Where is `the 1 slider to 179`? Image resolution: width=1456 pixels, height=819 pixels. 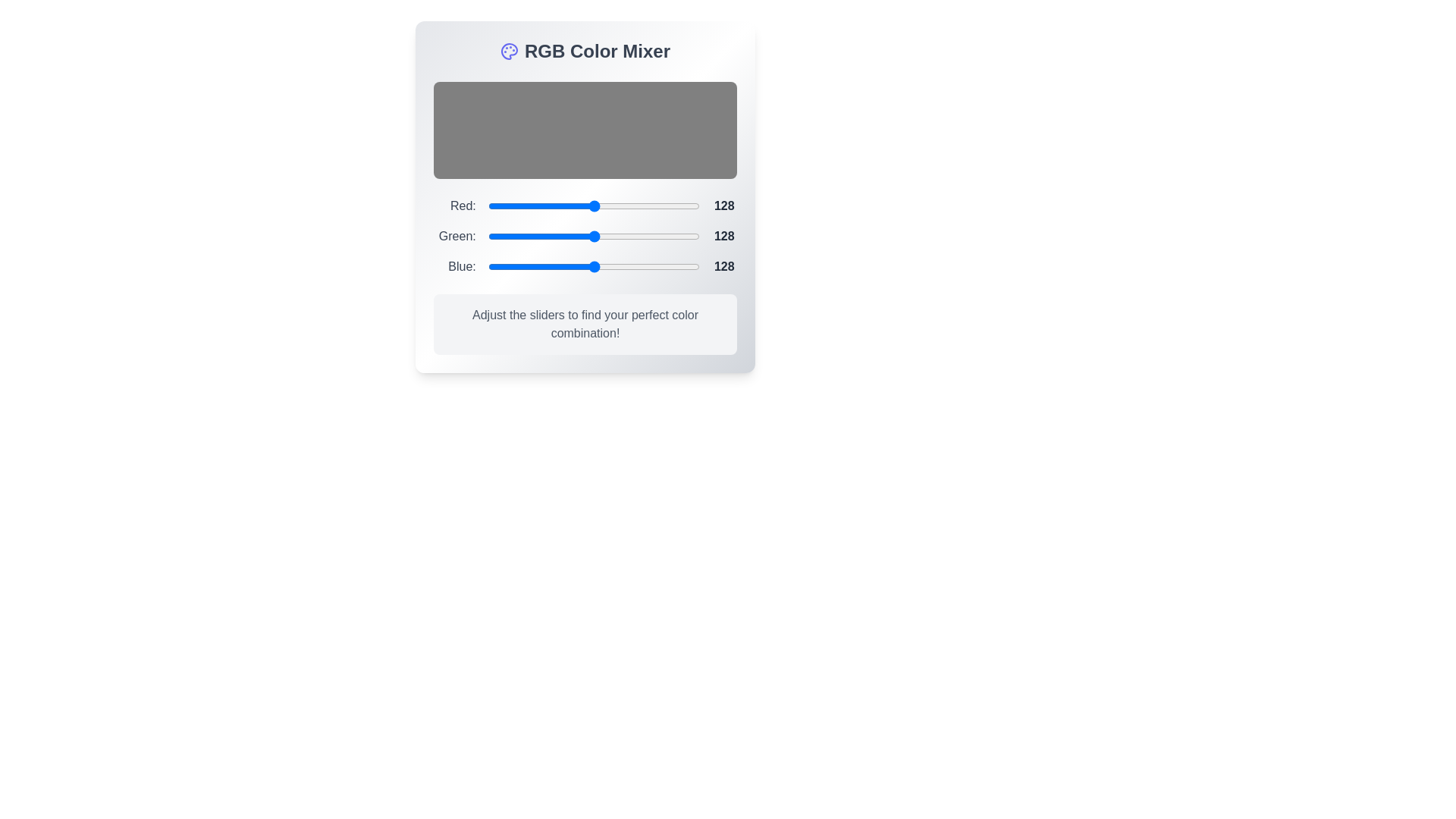 the 1 slider to 179 is located at coordinates (636, 237).